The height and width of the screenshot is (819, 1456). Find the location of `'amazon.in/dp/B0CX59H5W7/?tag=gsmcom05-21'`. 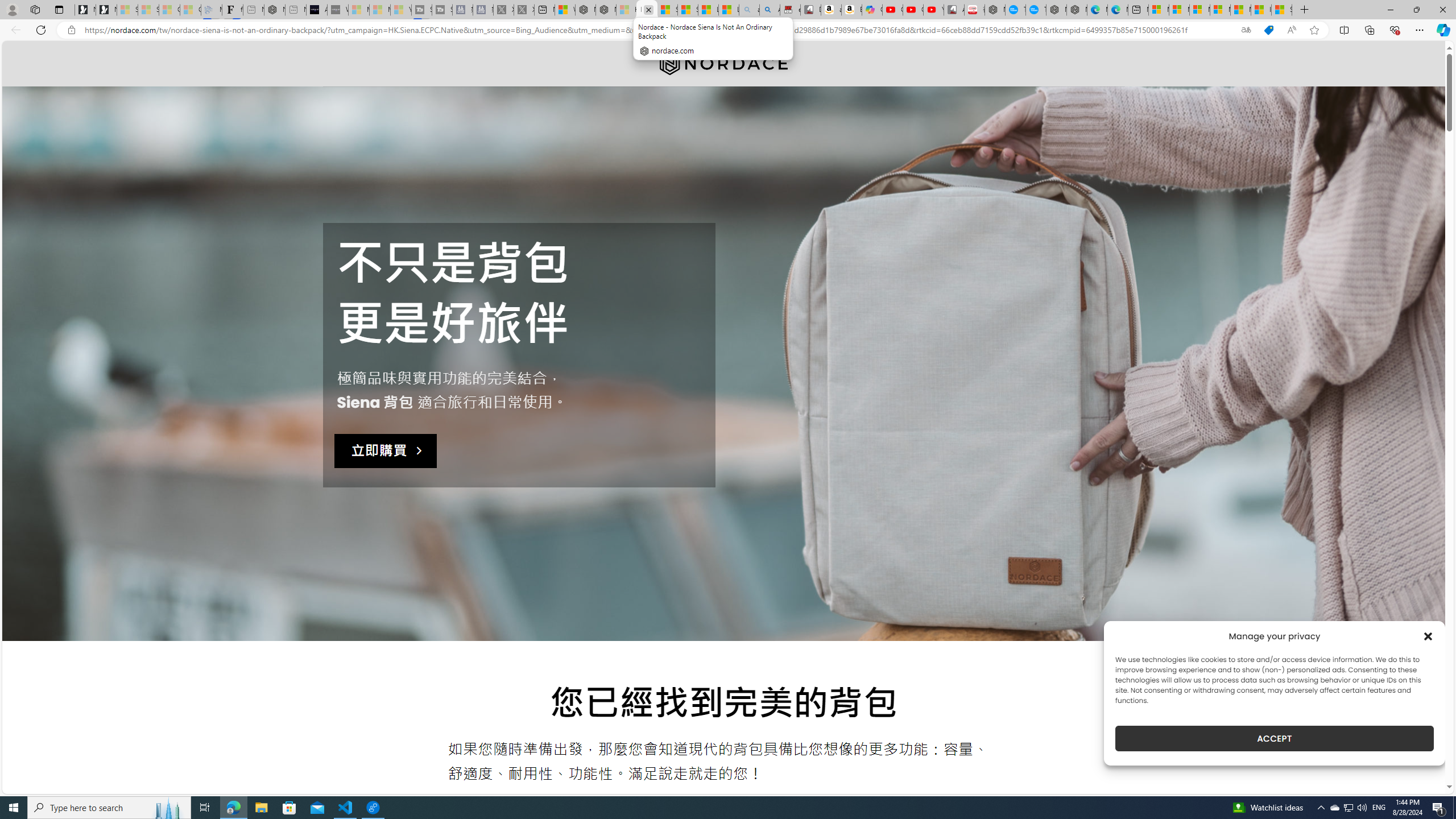

'amazon.in/dp/B0CX59H5W7/?tag=gsmcom05-21' is located at coordinates (830, 9).